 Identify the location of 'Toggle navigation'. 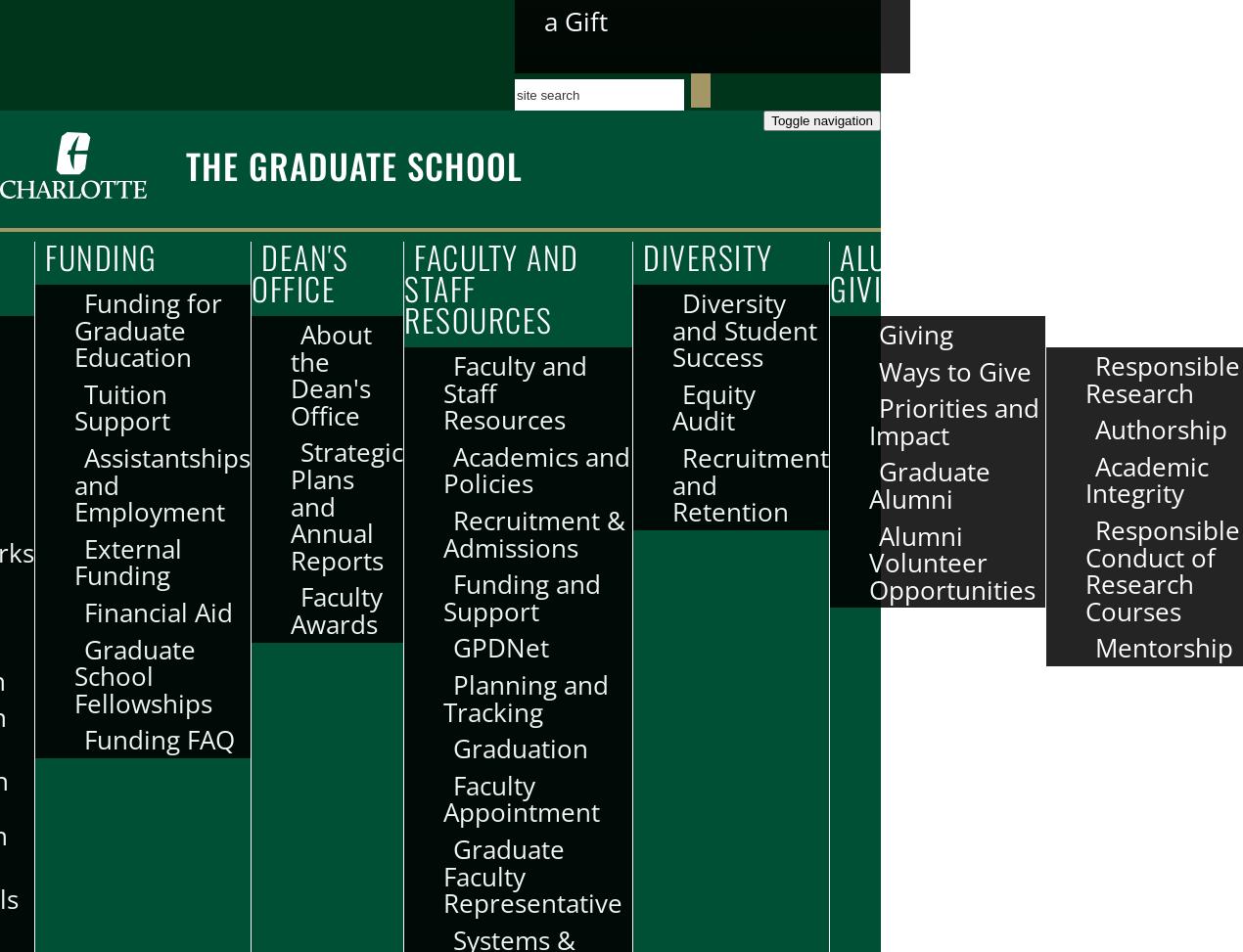
(821, 119).